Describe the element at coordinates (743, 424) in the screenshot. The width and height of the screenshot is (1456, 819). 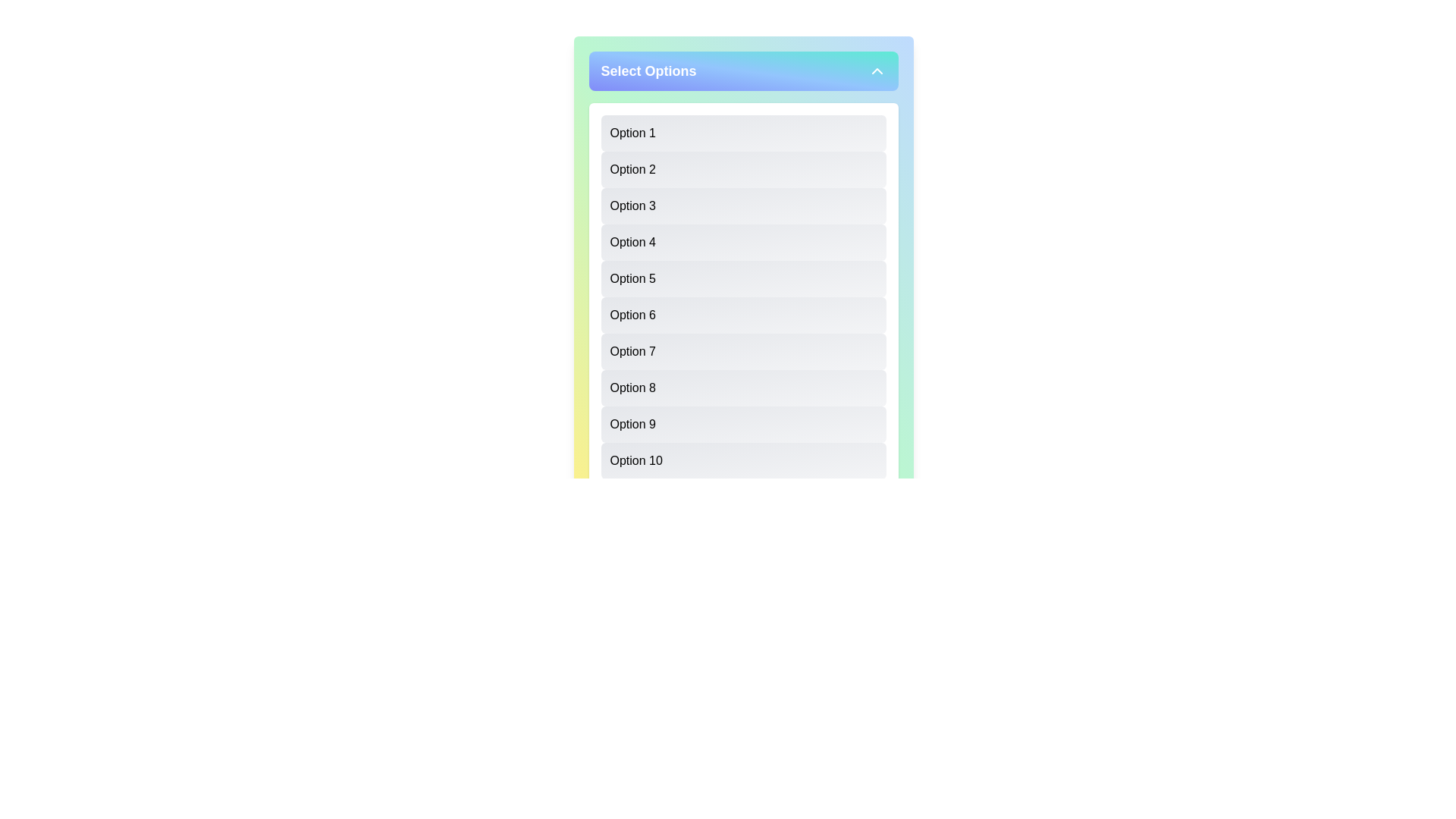
I see `the ninth option button in the vertical list` at that location.